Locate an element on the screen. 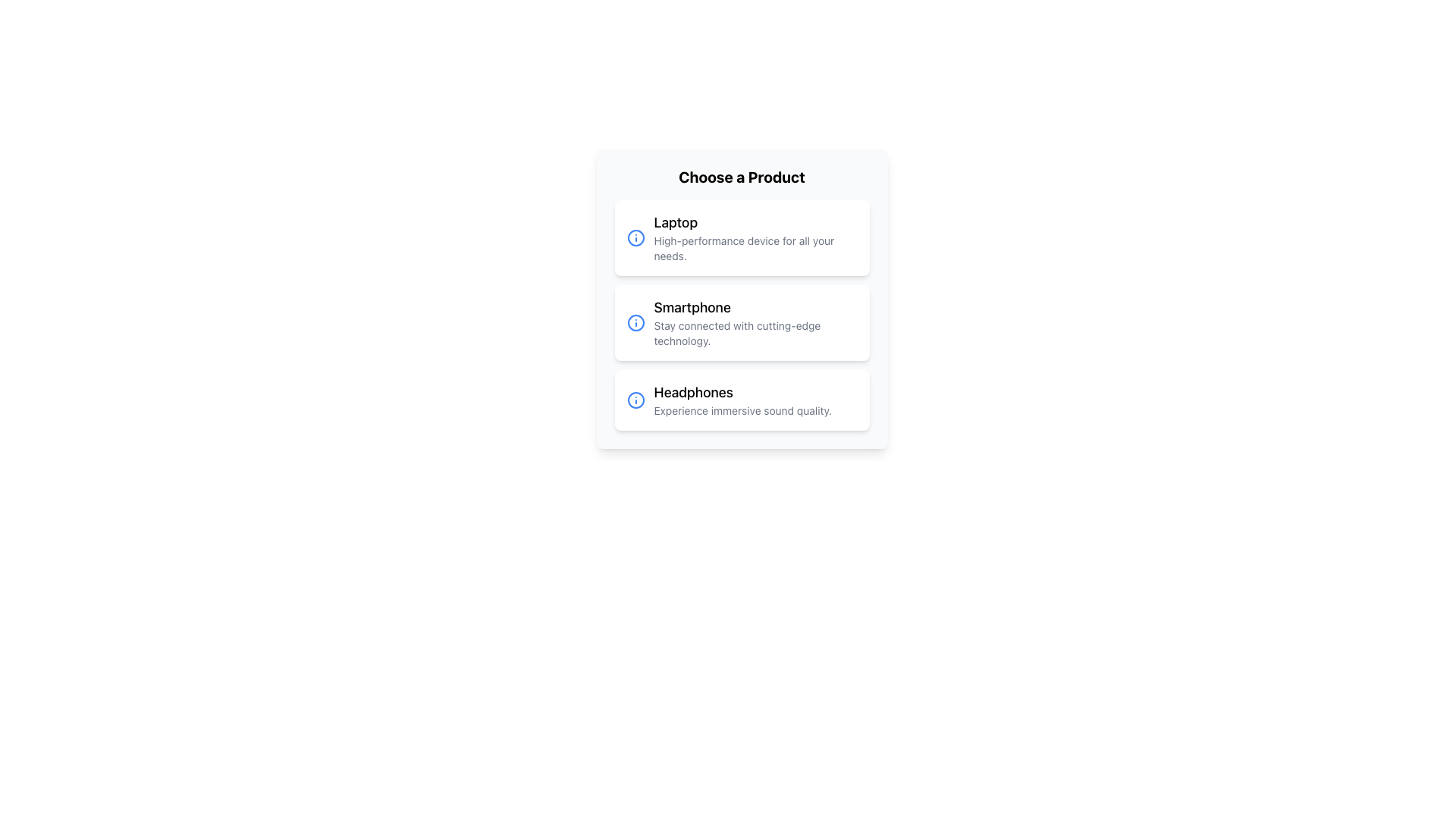 The image size is (1456, 819). the text description that provides additional information about the 'Smartphone' option, located beneath the 'Smartphone' title in the second option box of the product list is located at coordinates (755, 332).